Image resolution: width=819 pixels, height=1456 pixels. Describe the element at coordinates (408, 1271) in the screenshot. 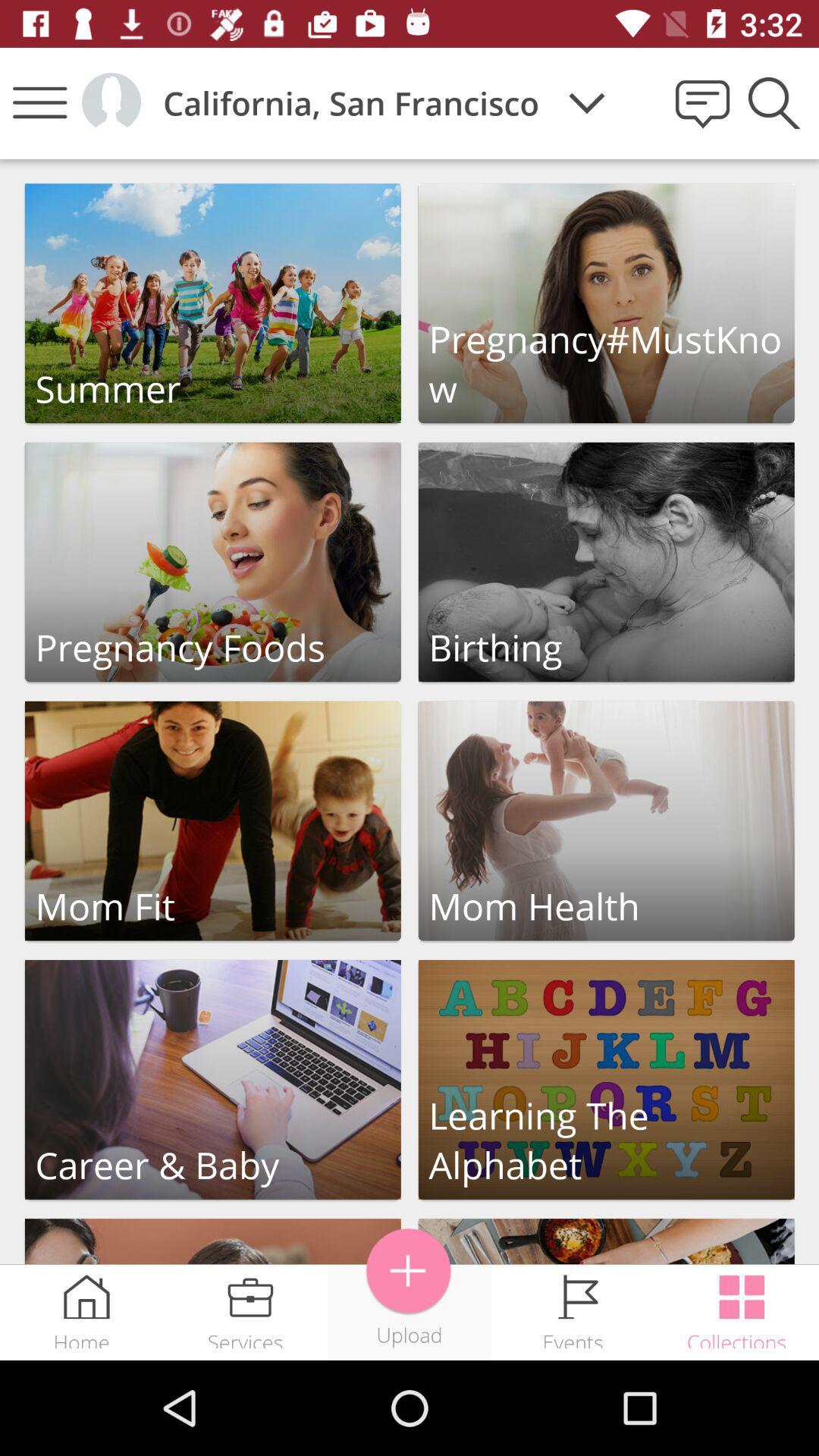

I see `item above upload` at that location.